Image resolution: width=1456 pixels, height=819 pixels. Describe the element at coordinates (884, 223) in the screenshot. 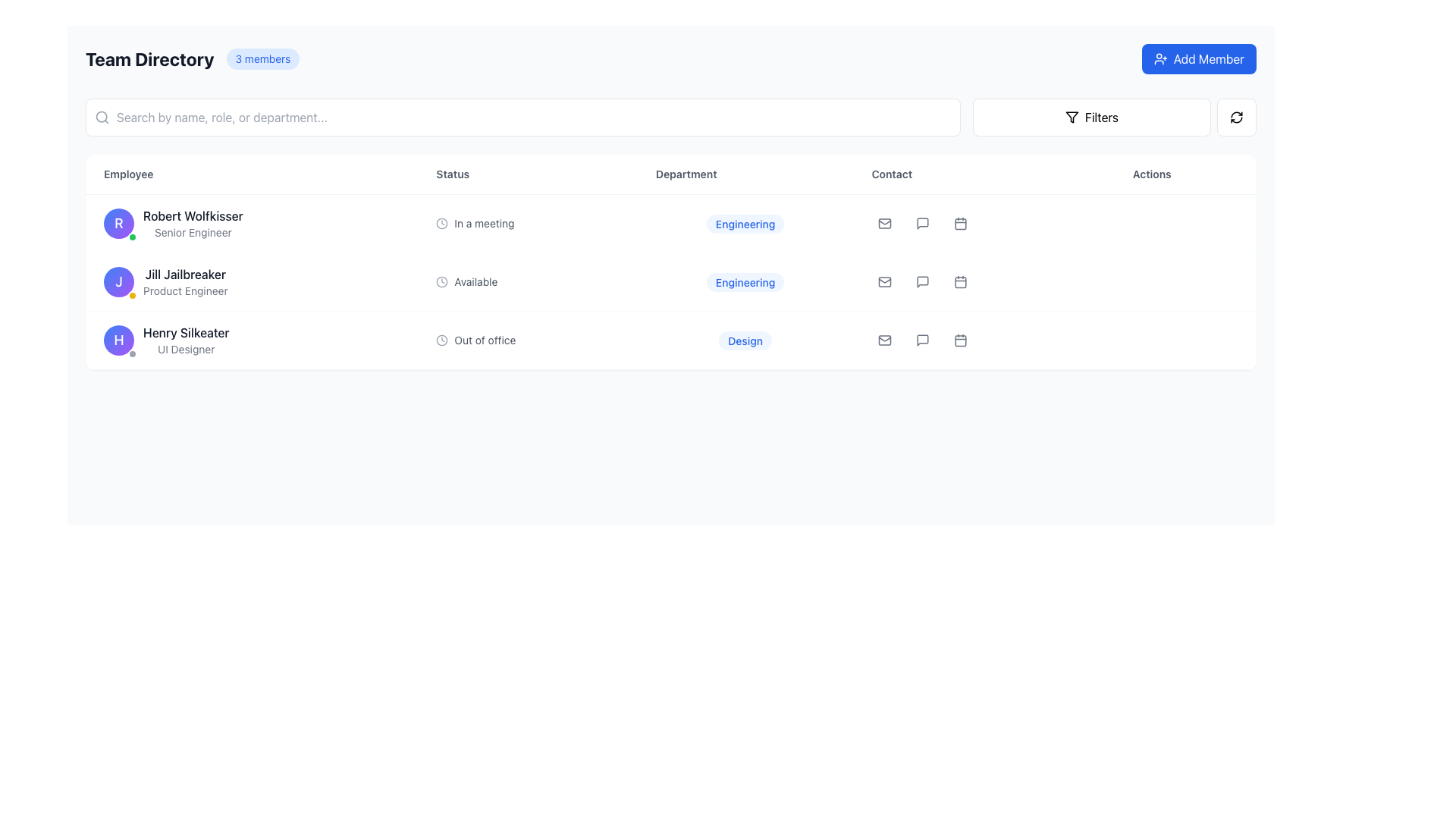

I see `the email icon in the 'Contact' column for the user 'Robert Wolfkisser', which is the first entry in that column` at that location.